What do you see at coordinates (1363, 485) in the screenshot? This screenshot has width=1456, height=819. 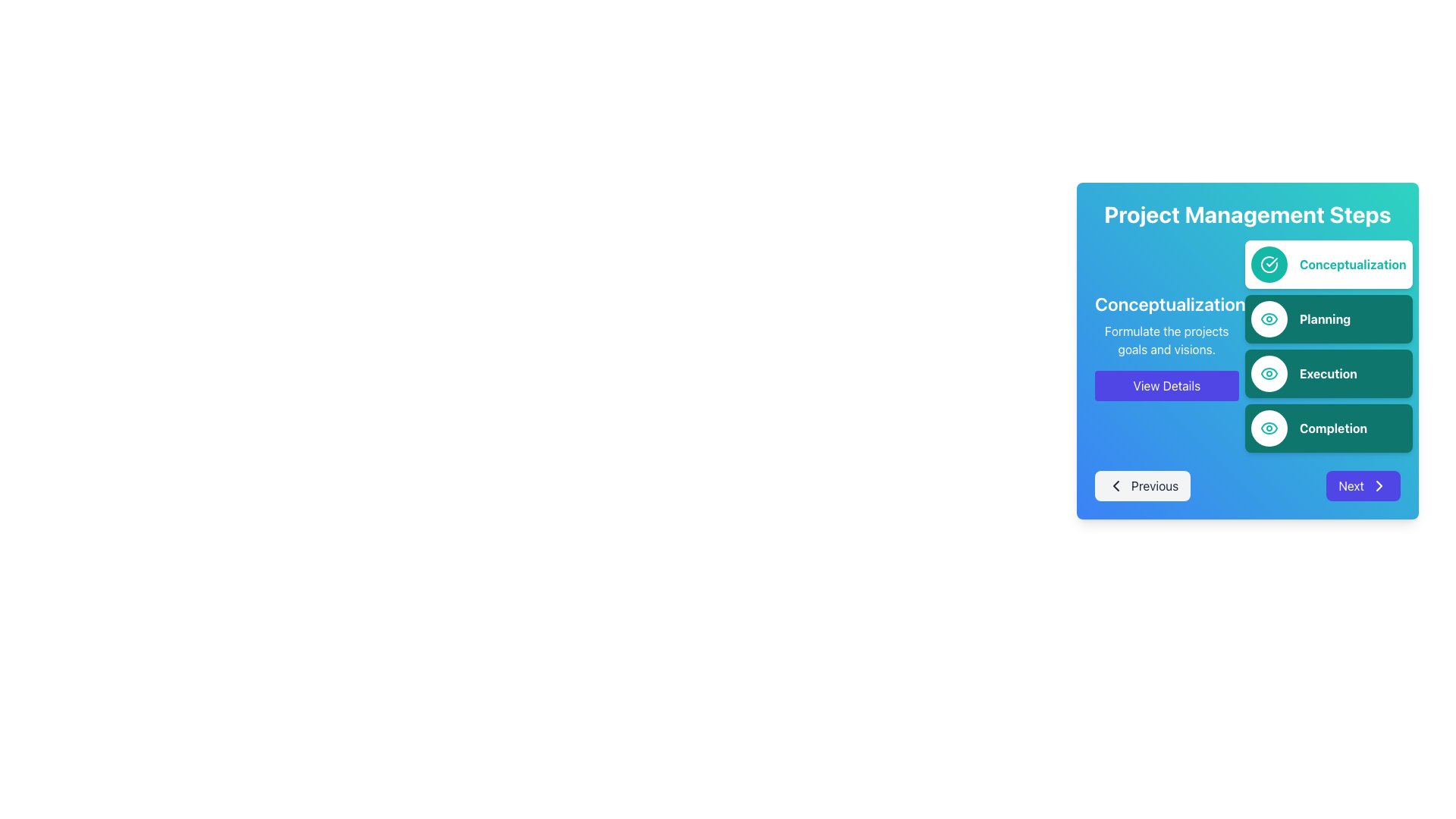 I see `the 'Next' button with a gradient blue background and white text in bold sans-serif font` at bounding box center [1363, 485].